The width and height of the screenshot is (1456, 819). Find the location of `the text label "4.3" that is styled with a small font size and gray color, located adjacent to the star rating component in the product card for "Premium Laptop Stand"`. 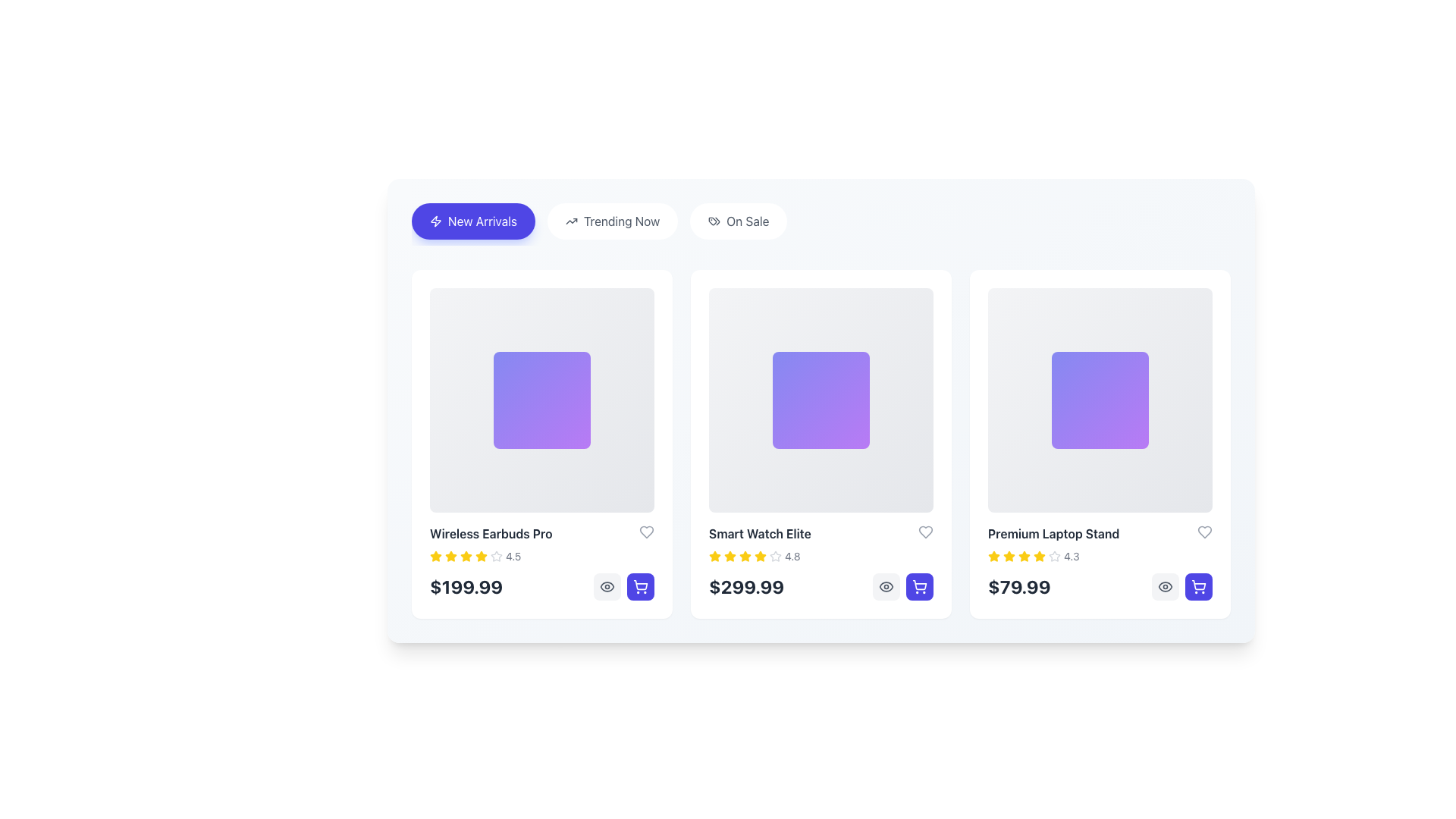

the text label "4.3" that is styled with a small font size and gray color, located adjacent to the star rating component in the product card for "Premium Laptop Stand" is located at coordinates (1071, 556).